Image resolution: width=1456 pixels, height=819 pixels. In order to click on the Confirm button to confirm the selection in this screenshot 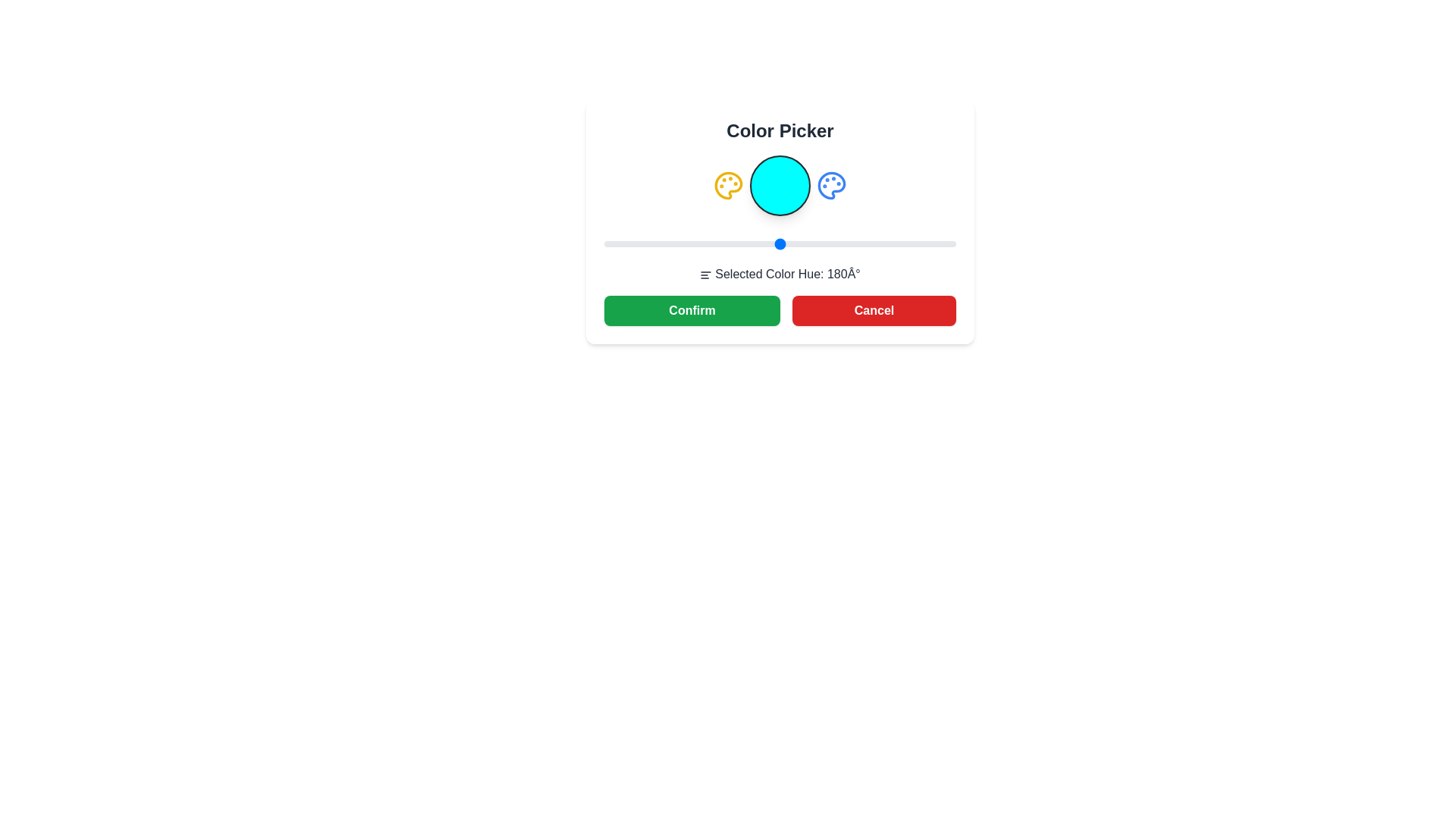, I will do `click(691, 309)`.